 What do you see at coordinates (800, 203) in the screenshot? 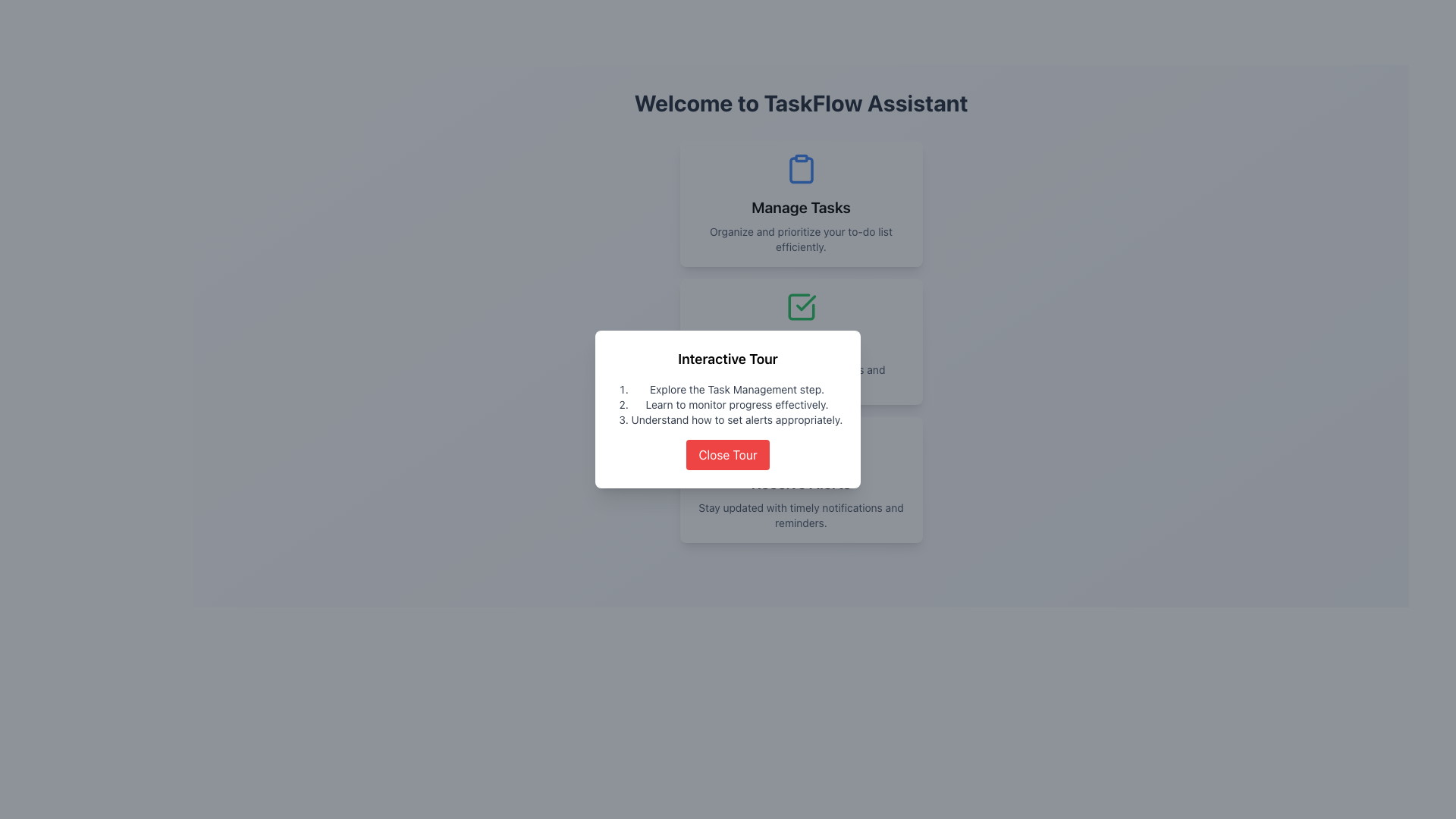
I see `the first Informational Card titled 'Welcome to TaskFlow Assistant' by clicking on it, as it is positioned centrally in the interface and is the first card in the list` at bounding box center [800, 203].